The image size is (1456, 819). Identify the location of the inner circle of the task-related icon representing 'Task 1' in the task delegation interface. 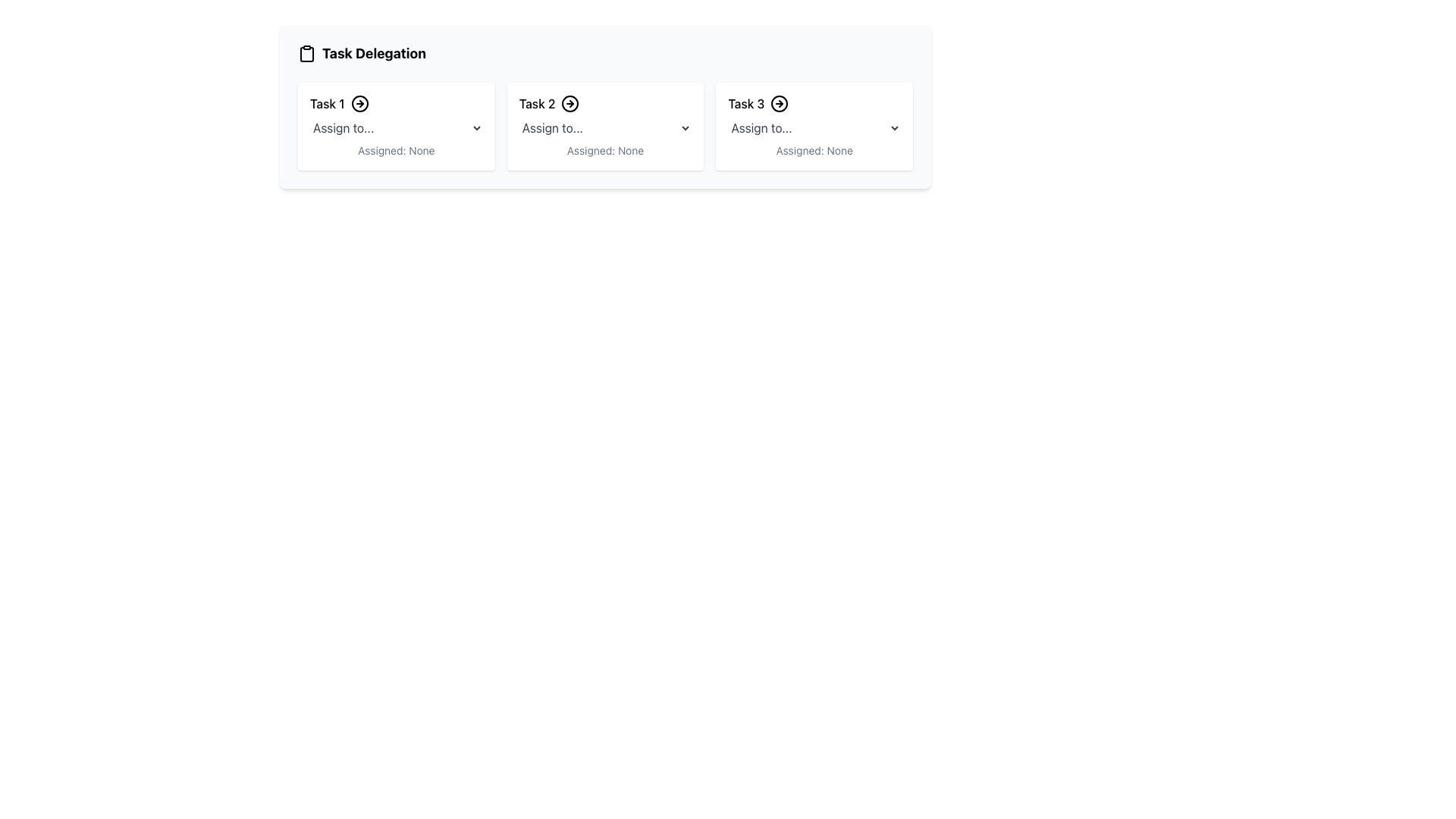
(359, 103).